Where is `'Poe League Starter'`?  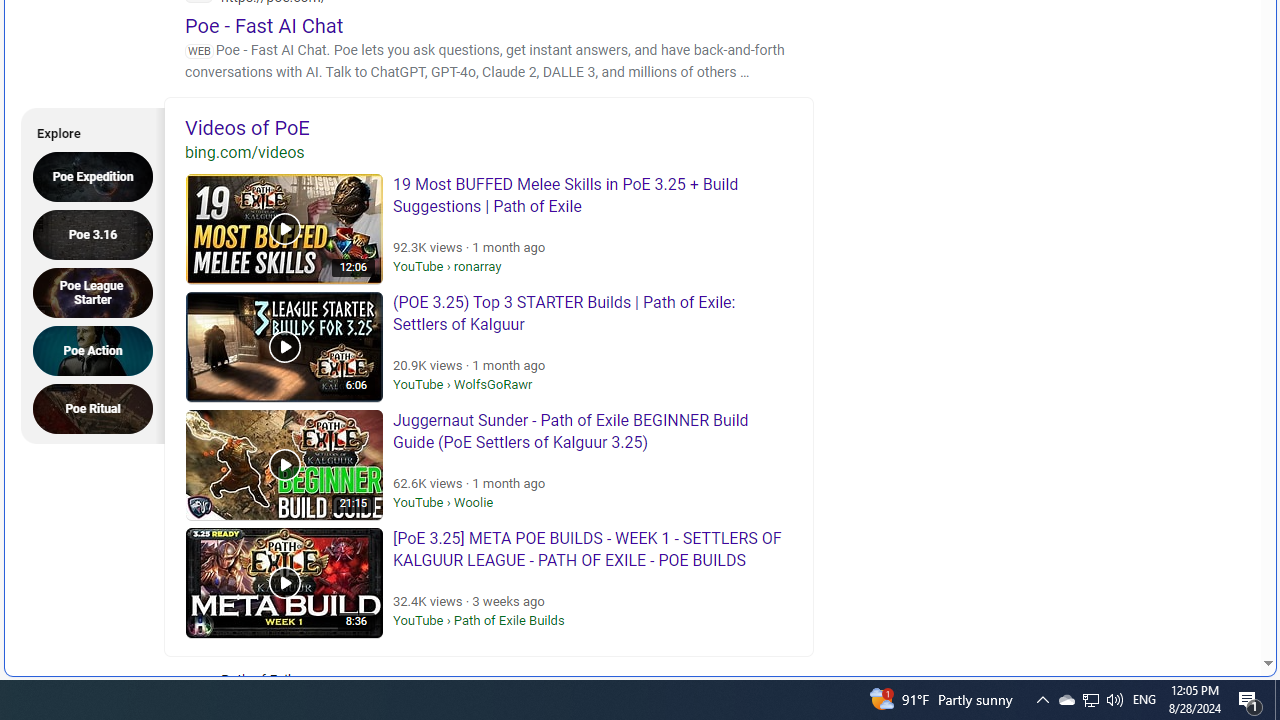
'Poe League Starter' is located at coordinates (98, 292).